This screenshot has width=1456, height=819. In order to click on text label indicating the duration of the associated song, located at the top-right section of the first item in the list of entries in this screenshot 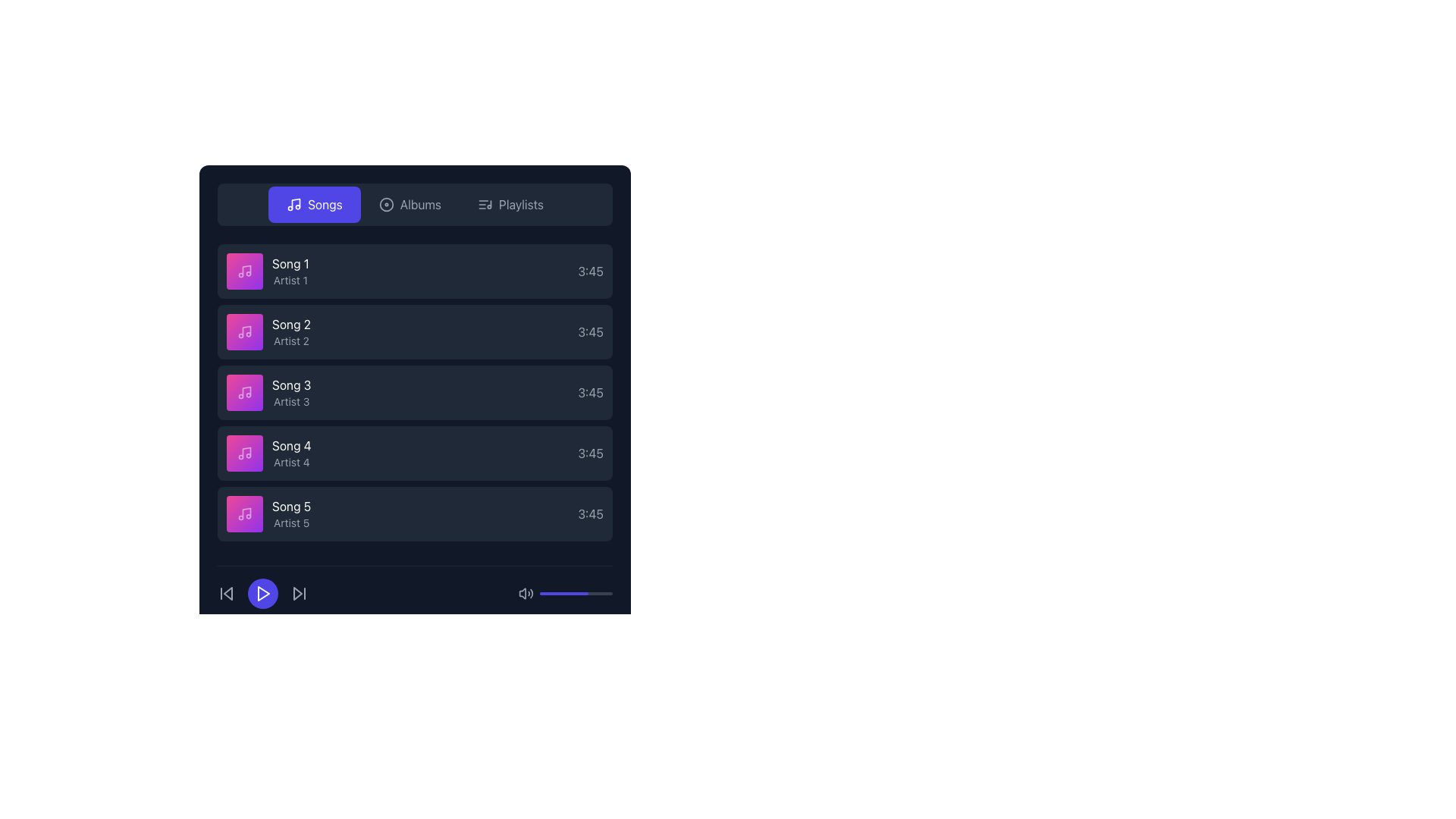, I will do `click(590, 271)`.